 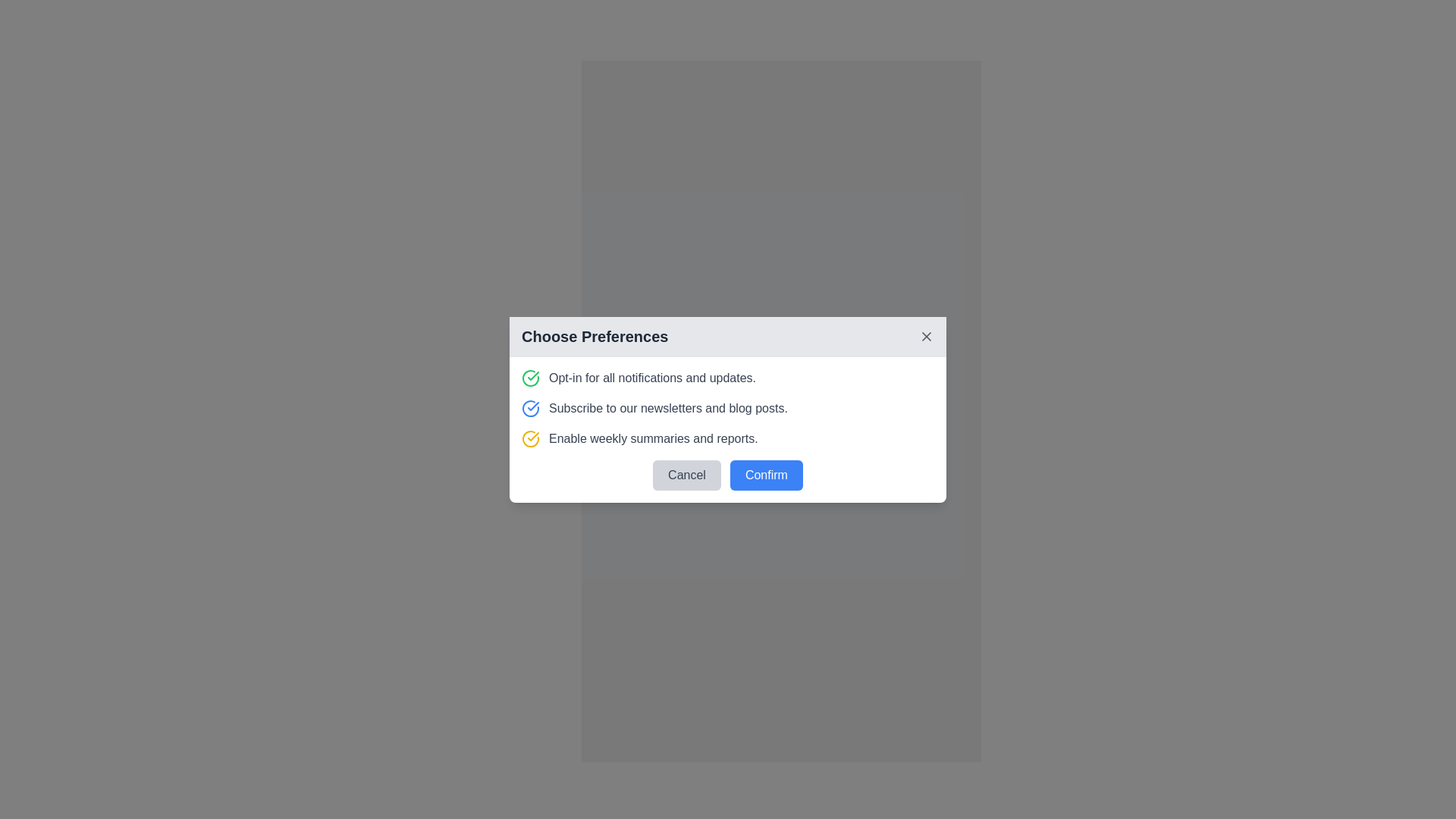 I want to click on the toggleable option in the 'Choose Preferences' section of the modal dialog box, so click(x=728, y=429).